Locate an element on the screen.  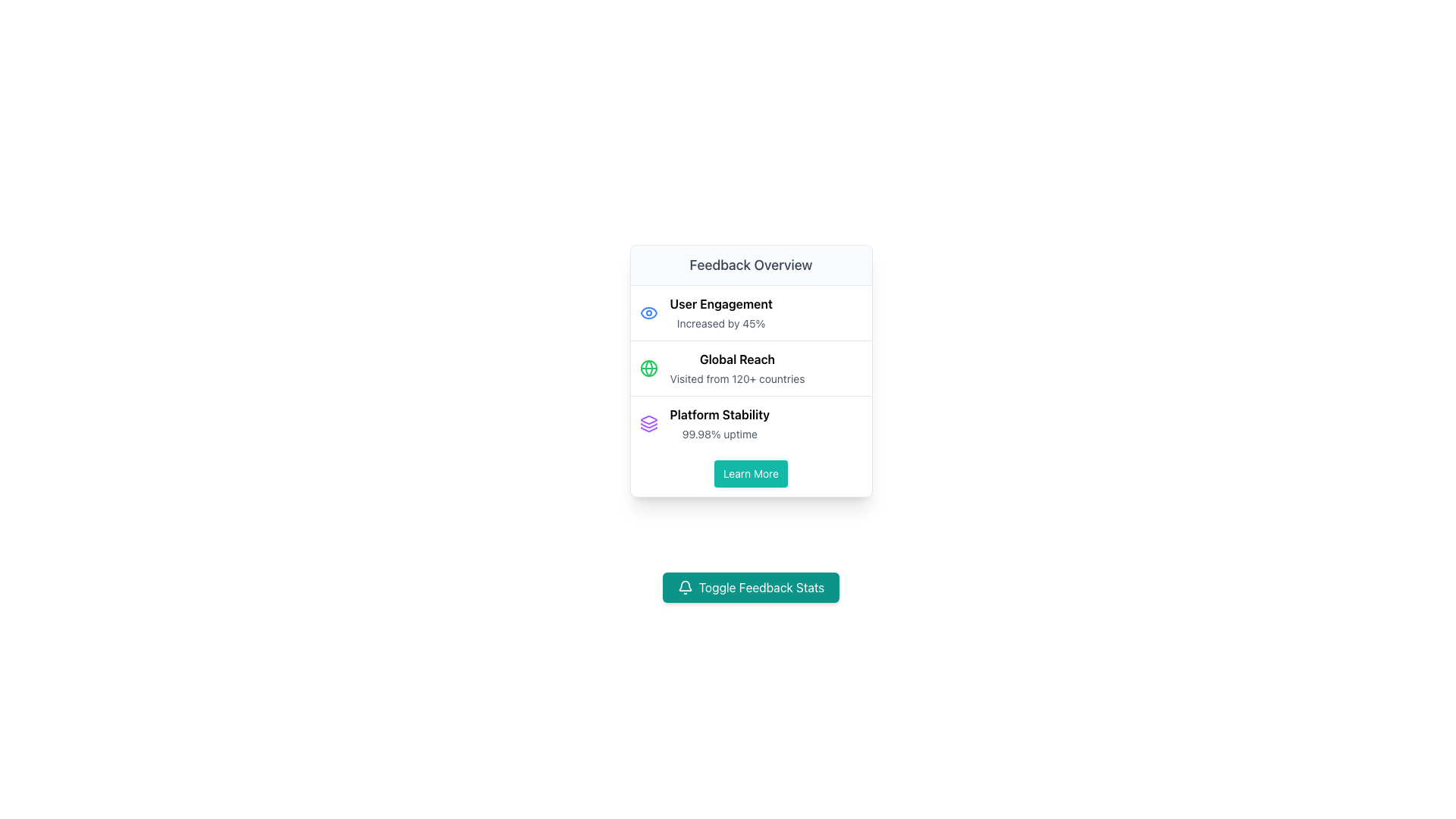
the central circular component of the globe icon next to the 'Global Reach' text in the second row of the feedback overview card is located at coordinates (648, 369).